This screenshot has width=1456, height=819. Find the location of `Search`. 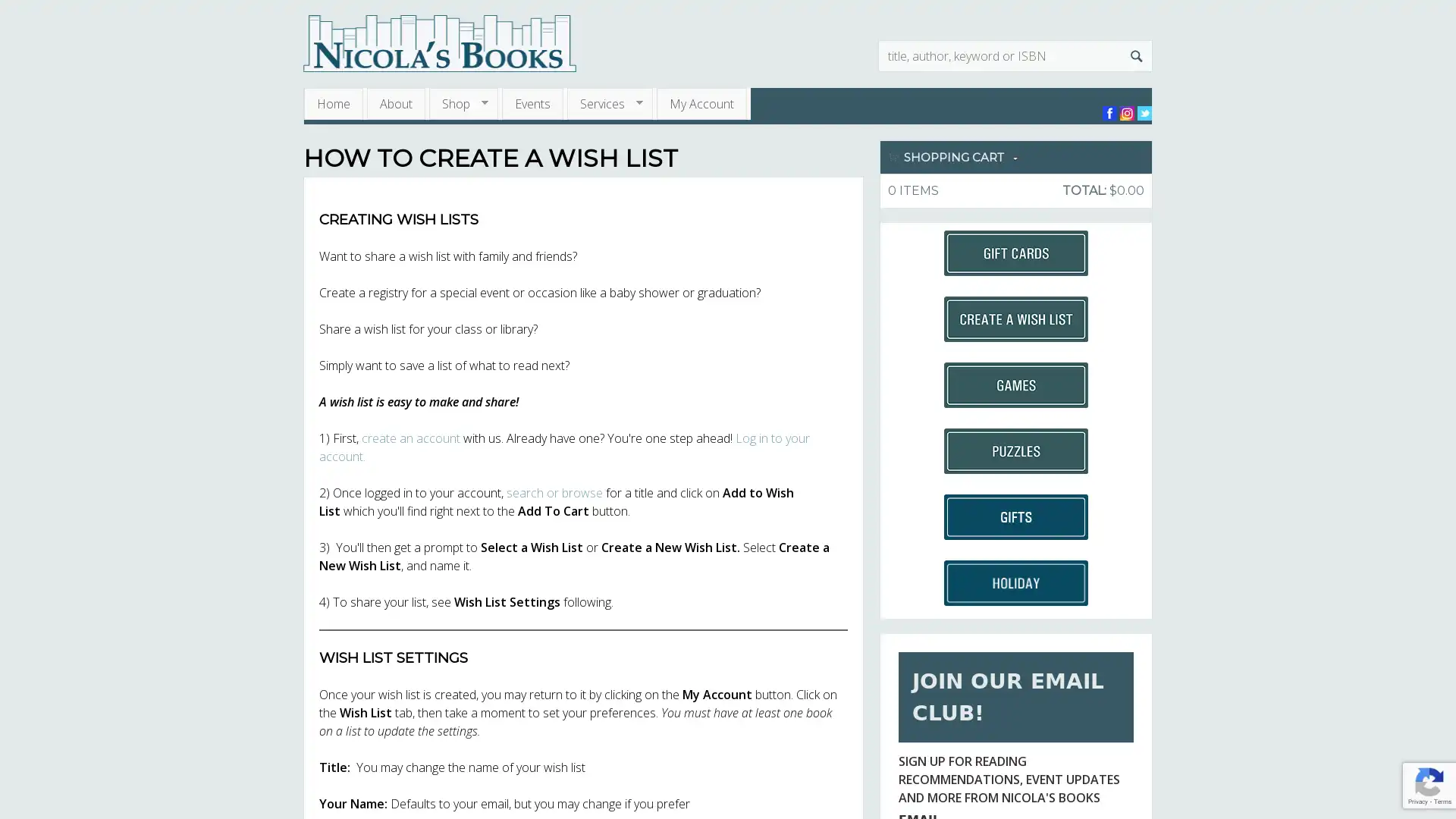

Search is located at coordinates (1136, 55).